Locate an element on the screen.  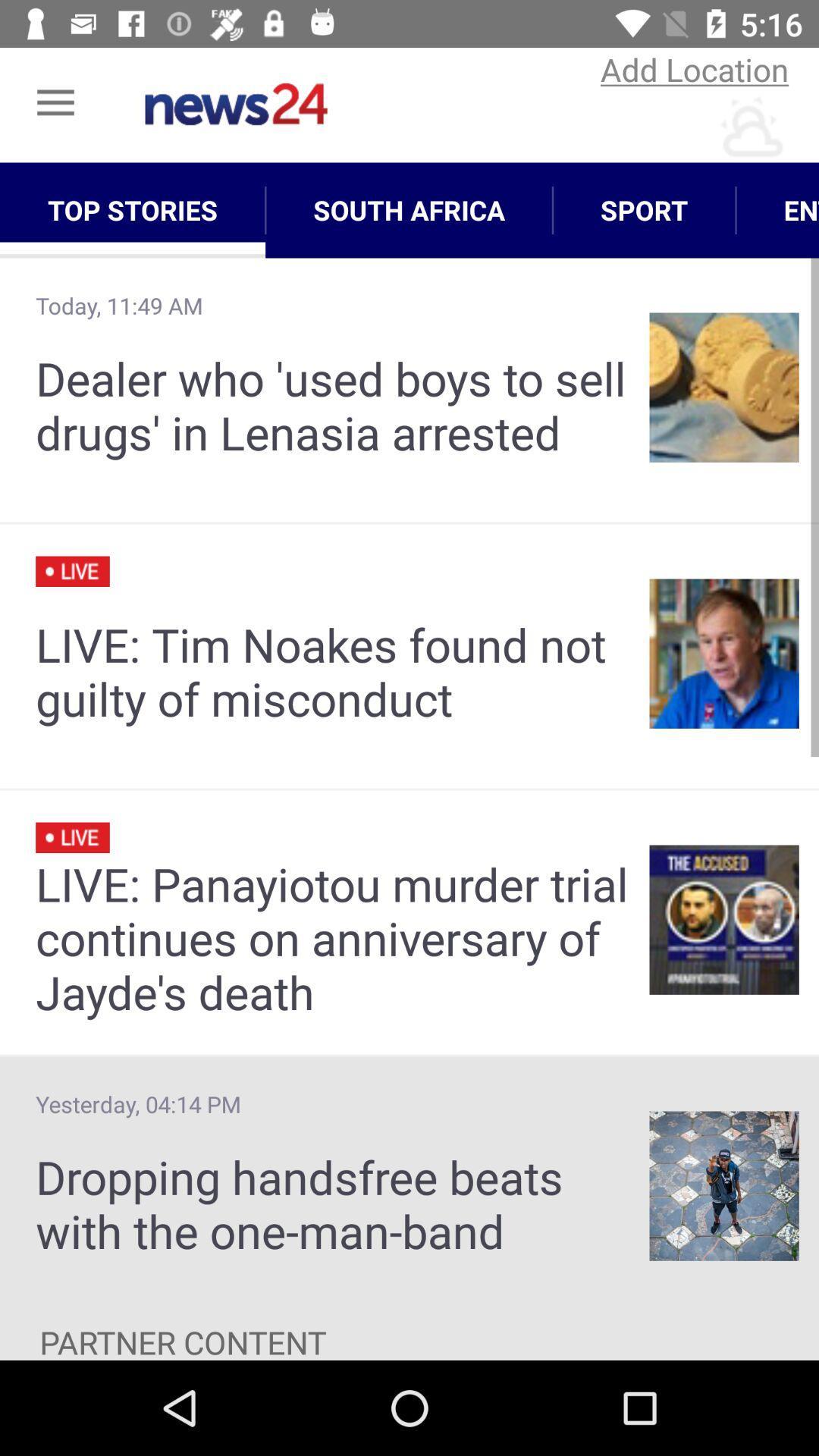
sport icon is located at coordinates (644, 209).